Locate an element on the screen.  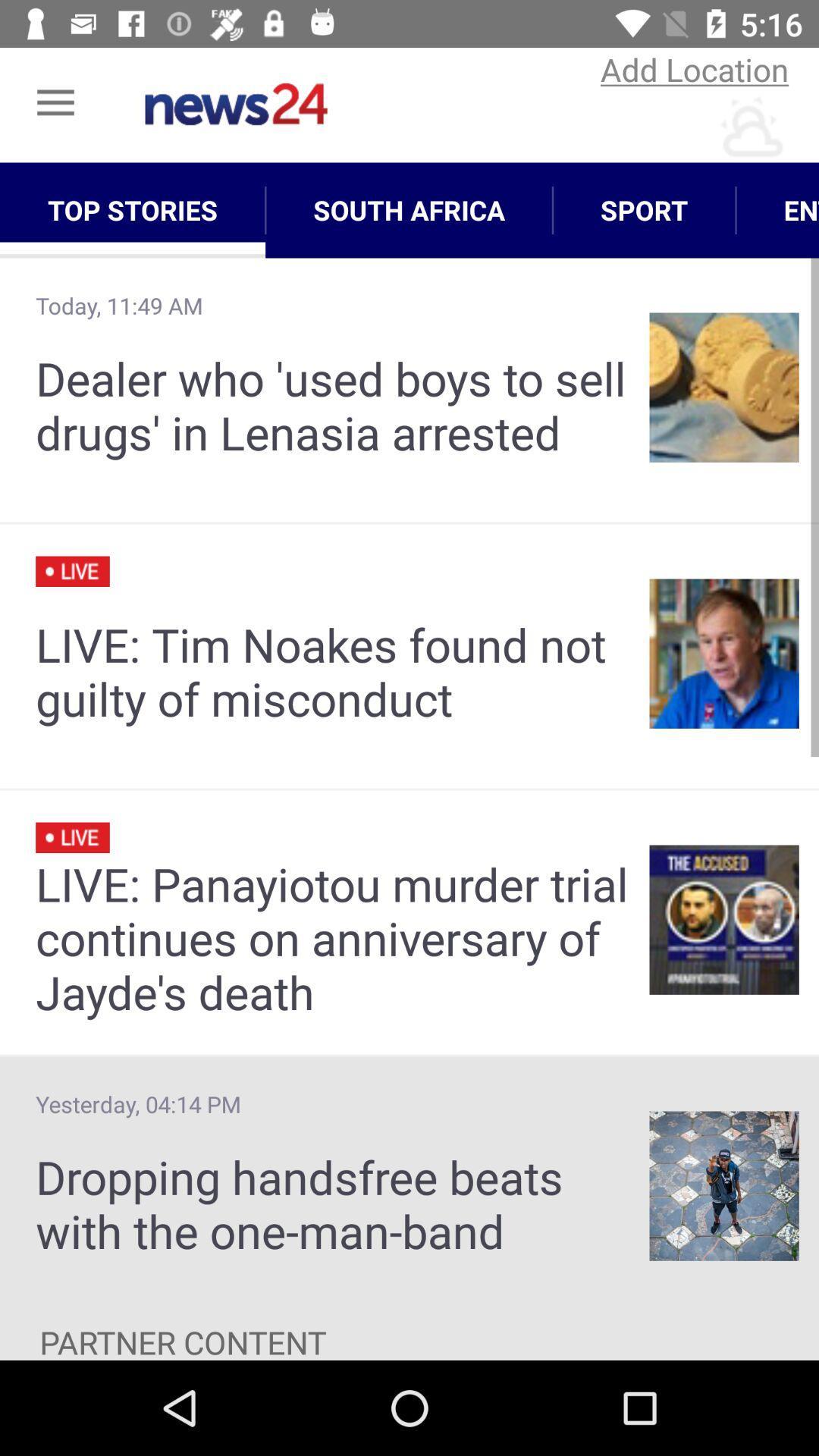
sport icon is located at coordinates (644, 209).